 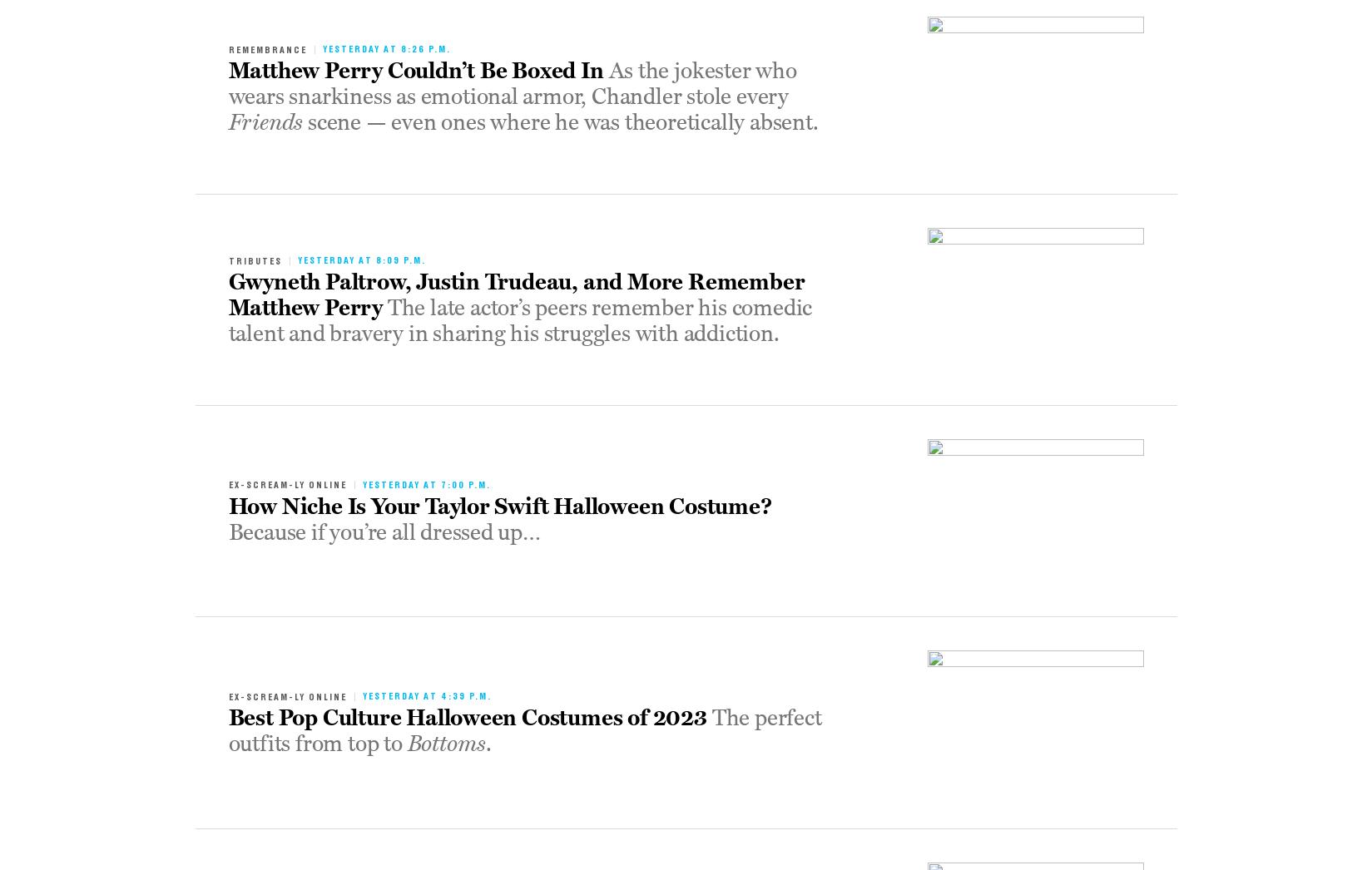 I want to click on 'Yesterday at 8:09 p.m.', so click(x=360, y=260).